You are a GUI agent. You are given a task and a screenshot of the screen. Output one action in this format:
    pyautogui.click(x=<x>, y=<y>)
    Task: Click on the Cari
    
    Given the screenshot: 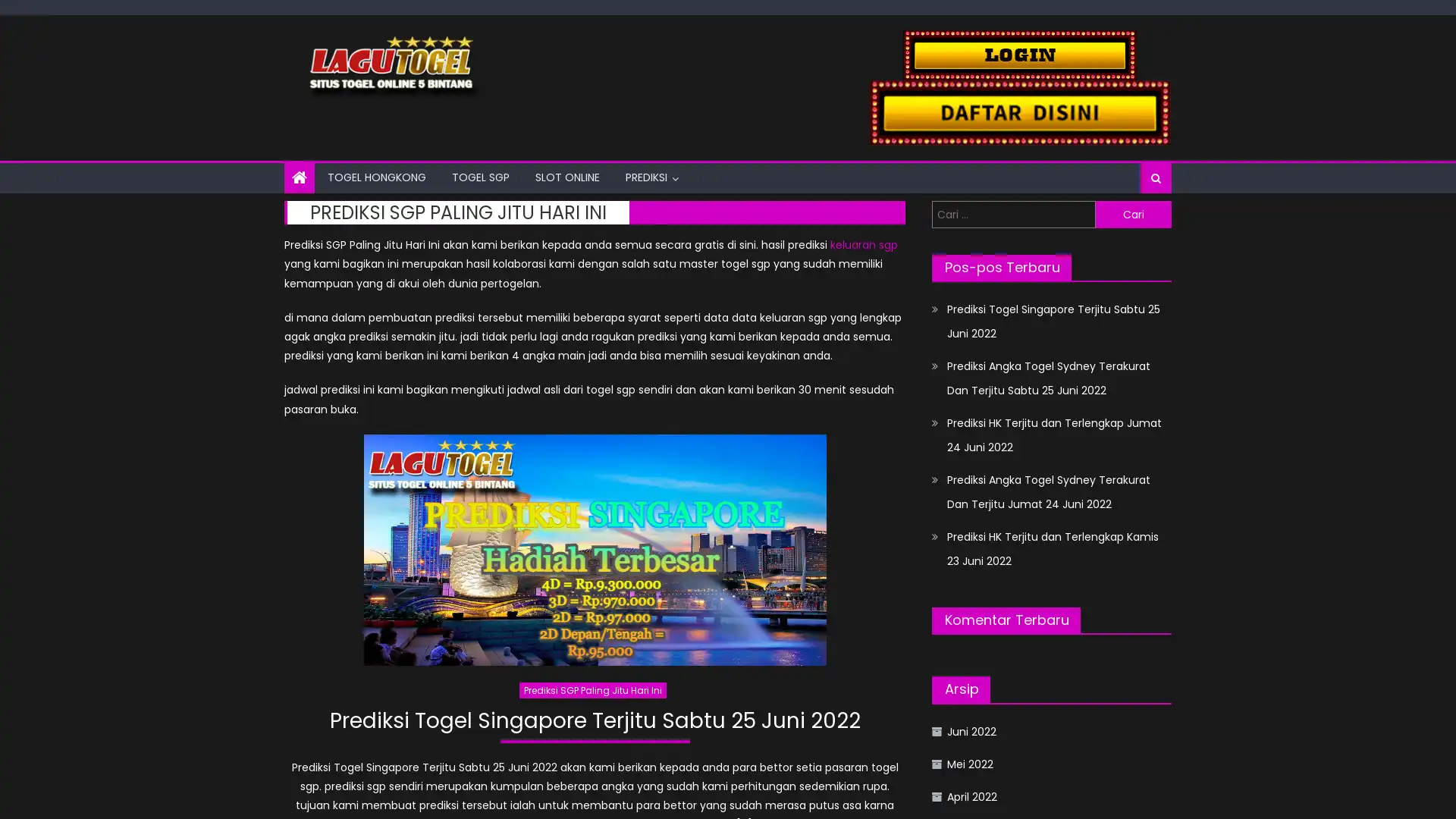 What is the action you would take?
    pyautogui.click(x=1133, y=214)
    